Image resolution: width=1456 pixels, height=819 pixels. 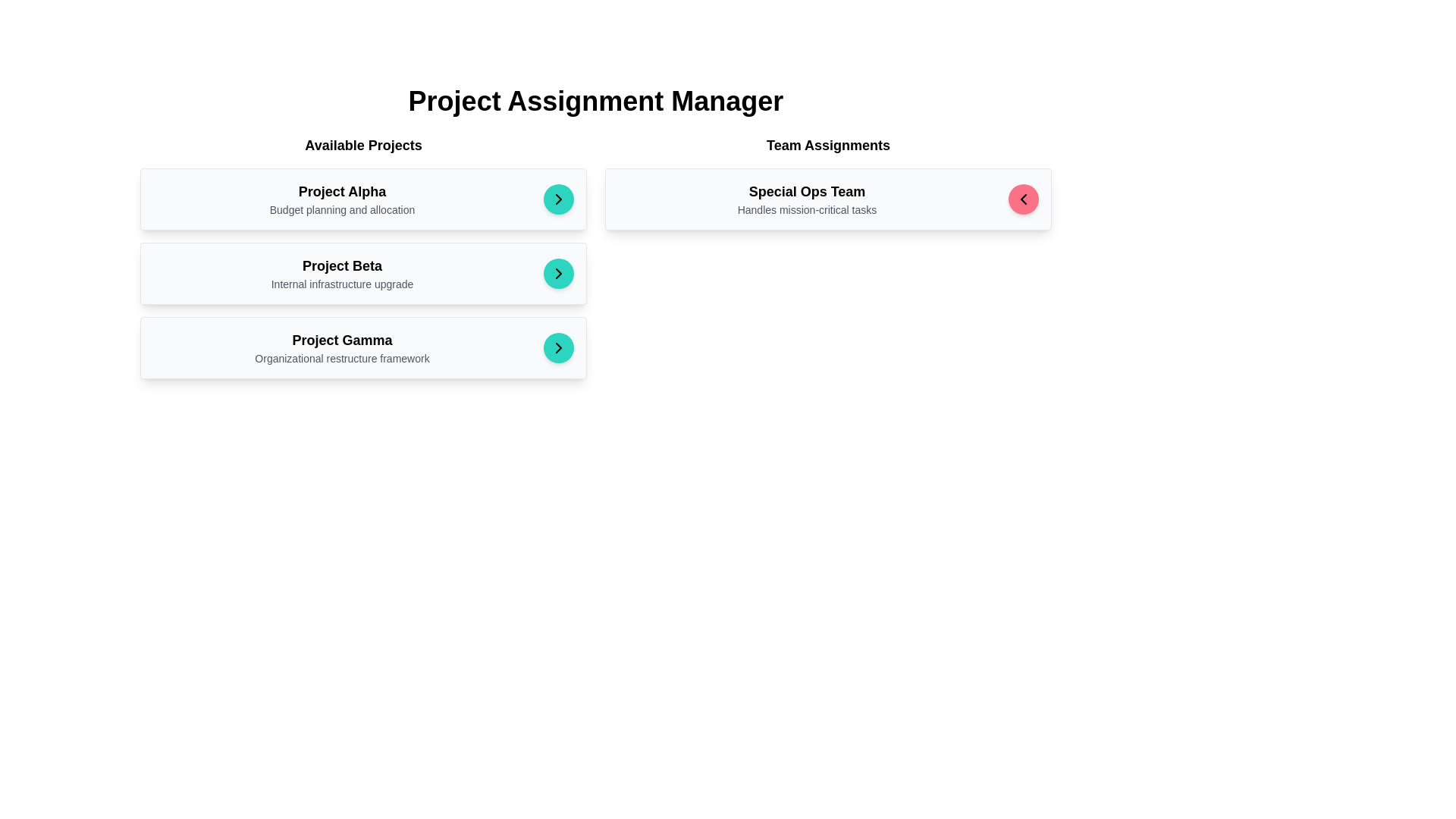 I want to click on the circular button associated with 'Project Gamma' in the 'Available Projects' list, so click(x=558, y=348).